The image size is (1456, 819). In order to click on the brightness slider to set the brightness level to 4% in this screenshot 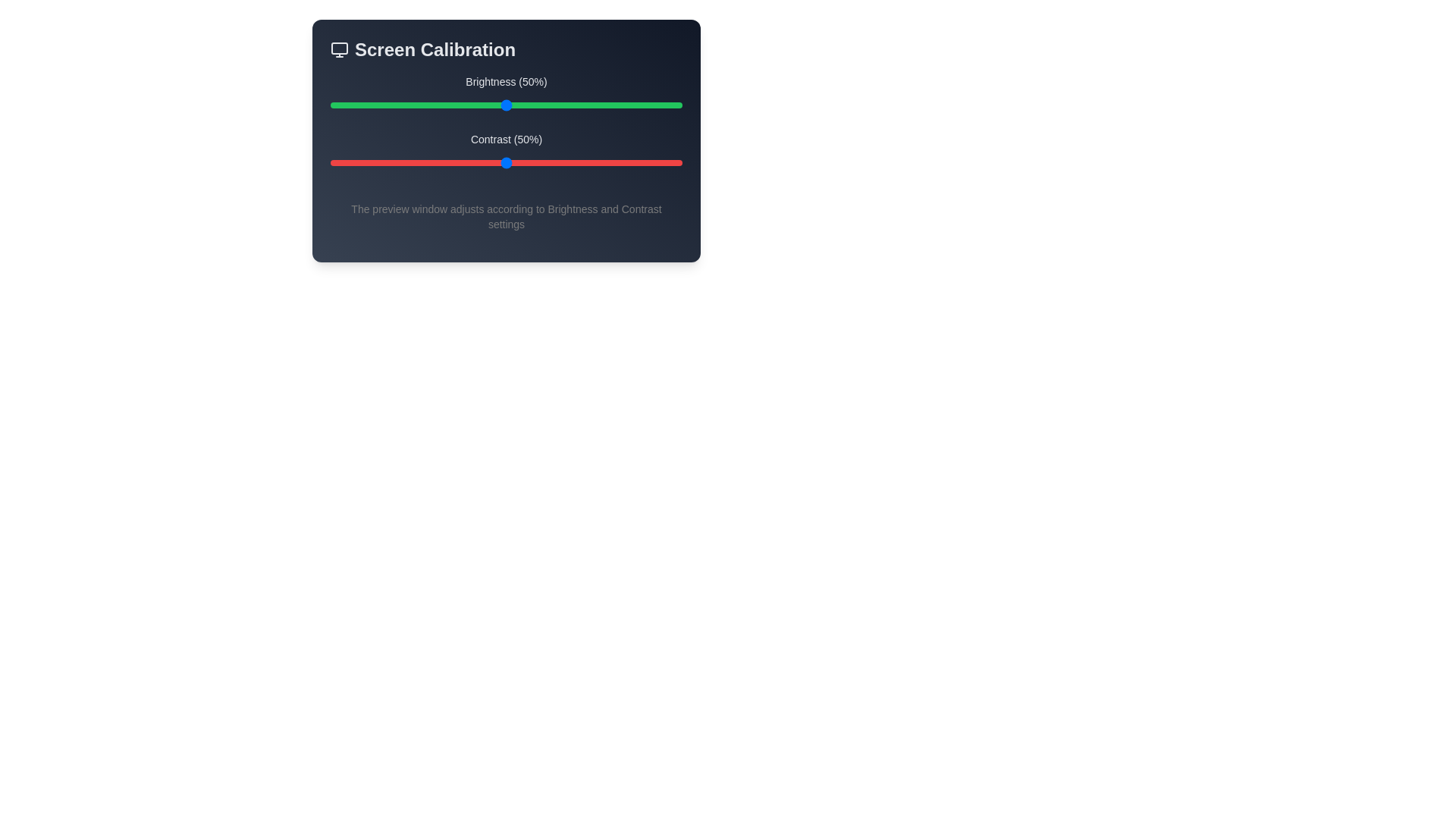, I will do `click(344, 104)`.